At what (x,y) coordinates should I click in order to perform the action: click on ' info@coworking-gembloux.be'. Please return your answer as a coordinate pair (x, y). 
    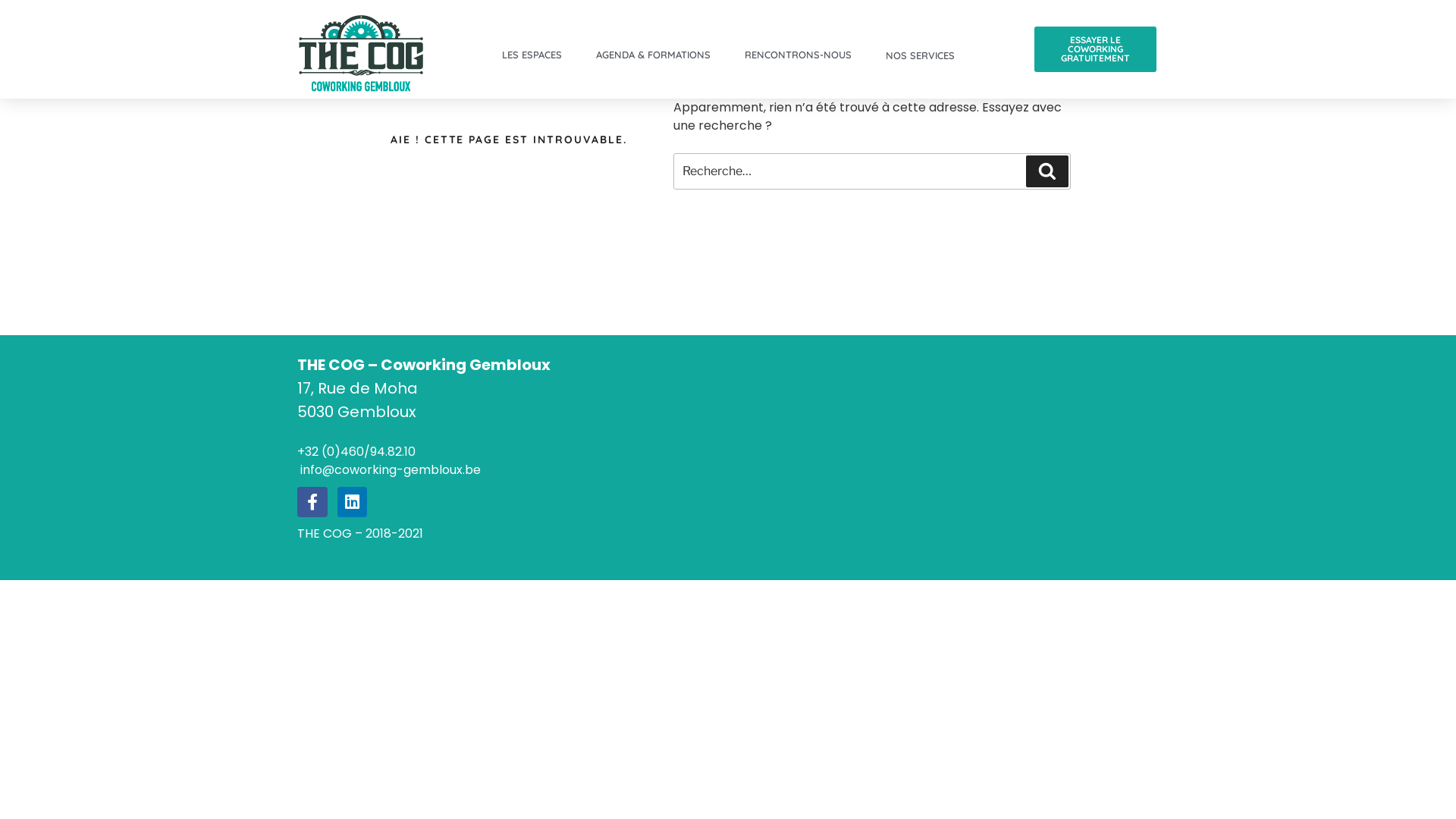
    Looking at the image, I should click on (389, 469).